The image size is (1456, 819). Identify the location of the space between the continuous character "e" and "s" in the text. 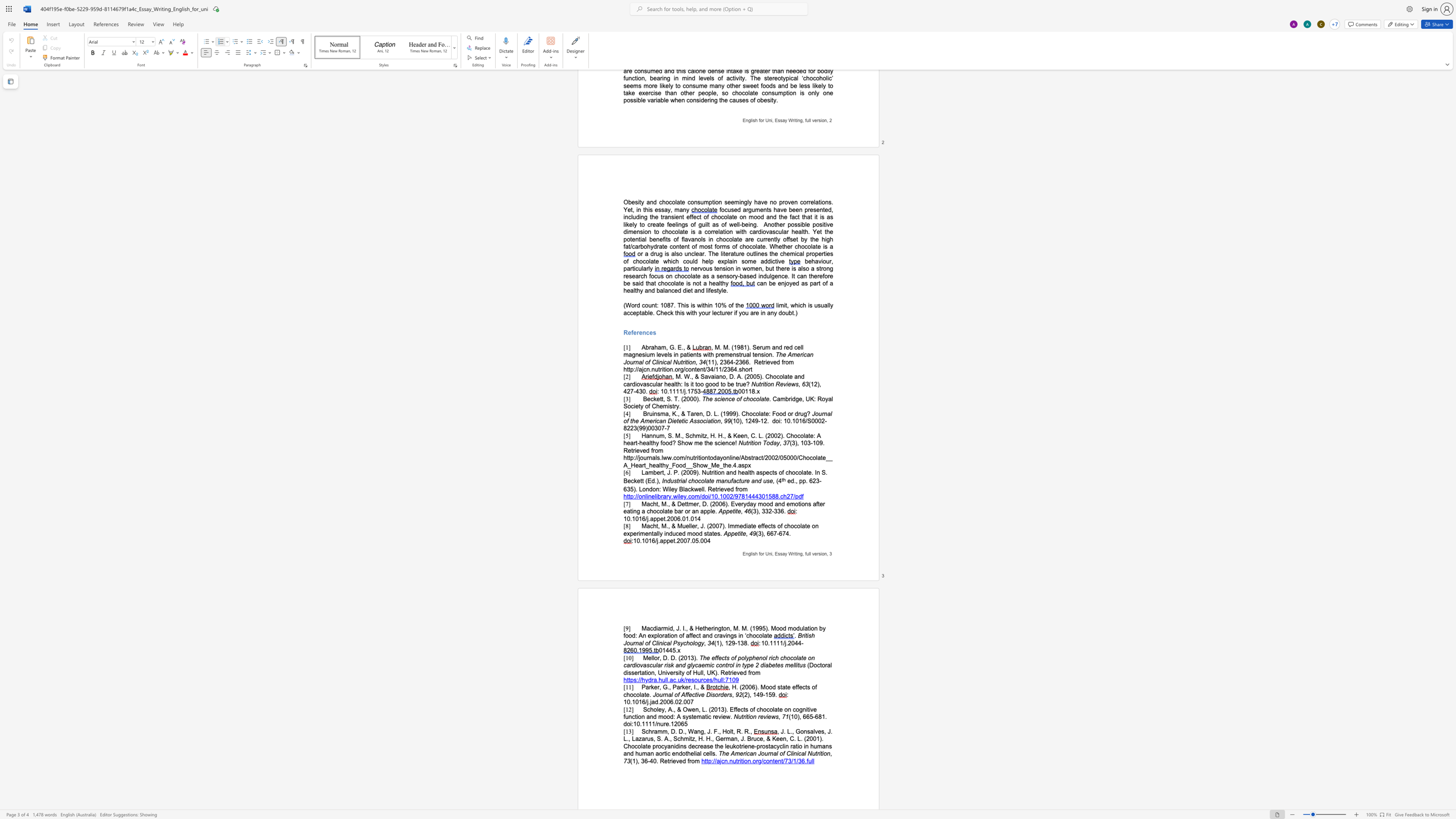
(779, 665).